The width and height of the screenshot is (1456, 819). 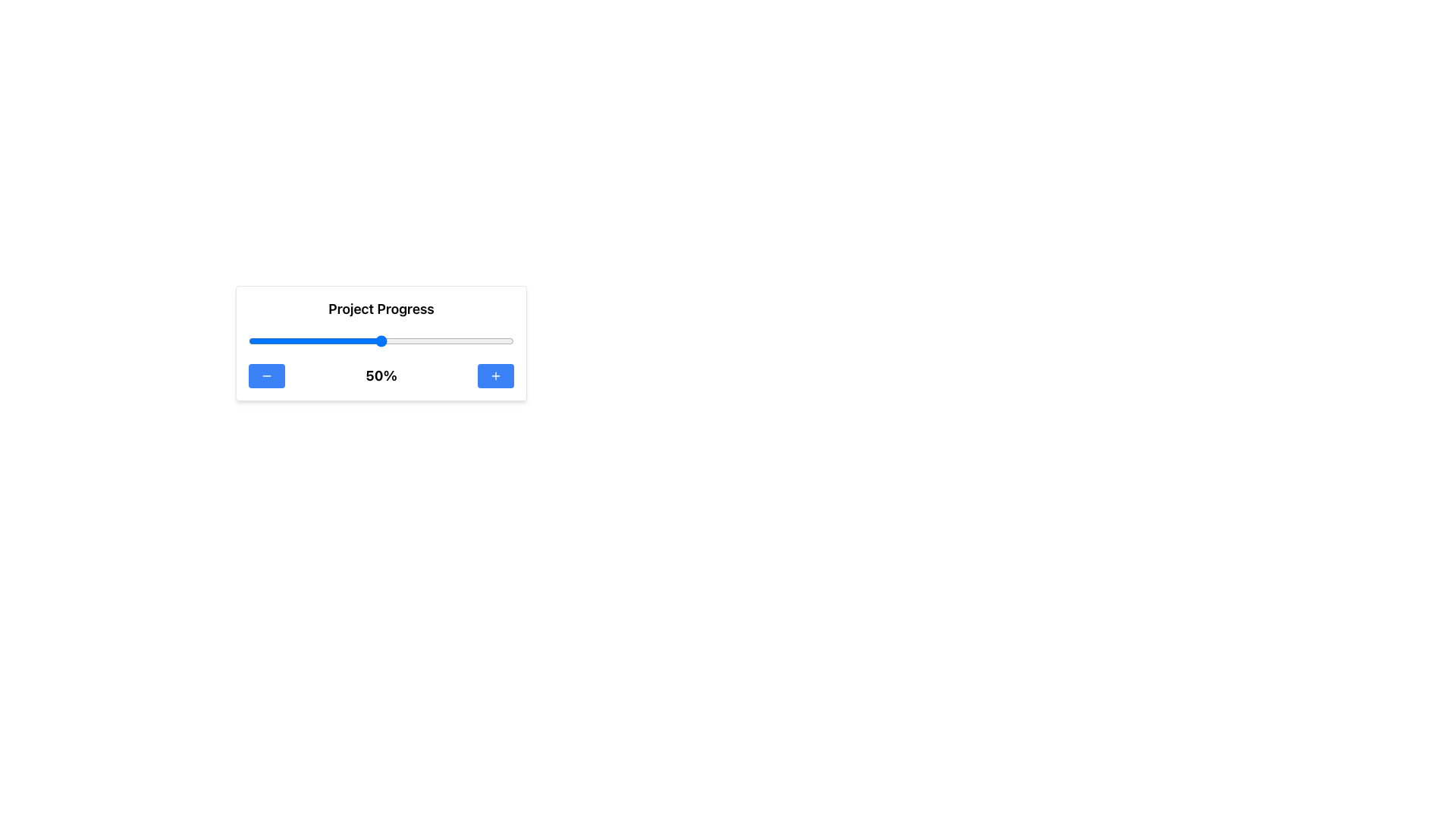 What do you see at coordinates (384, 341) in the screenshot?
I see `the project progress` at bounding box center [384, 341].